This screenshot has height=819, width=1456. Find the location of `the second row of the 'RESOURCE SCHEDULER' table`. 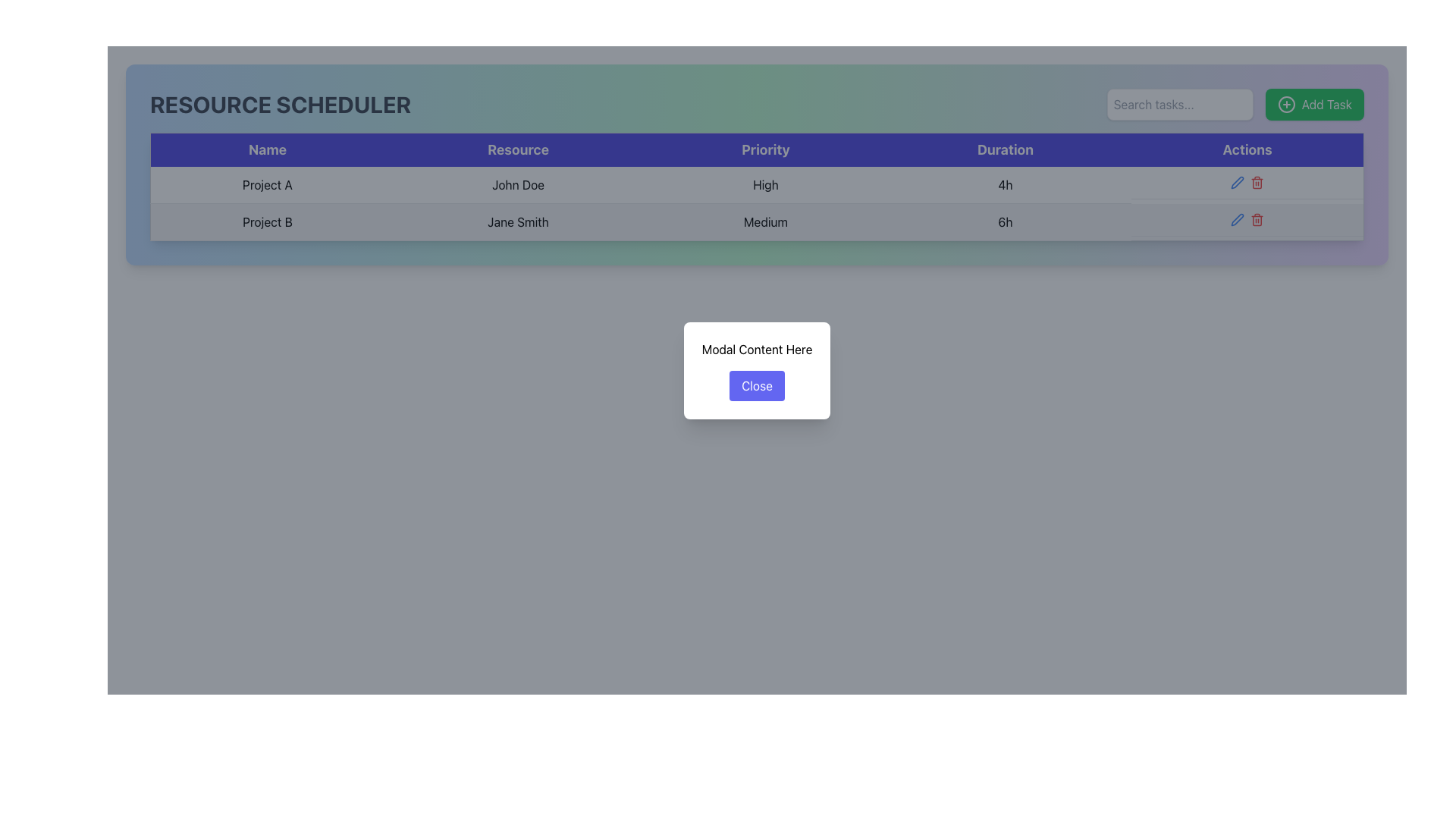

the second row of the 'RESOURCE SCHEDULER' table is located at coordinates (757, 222).